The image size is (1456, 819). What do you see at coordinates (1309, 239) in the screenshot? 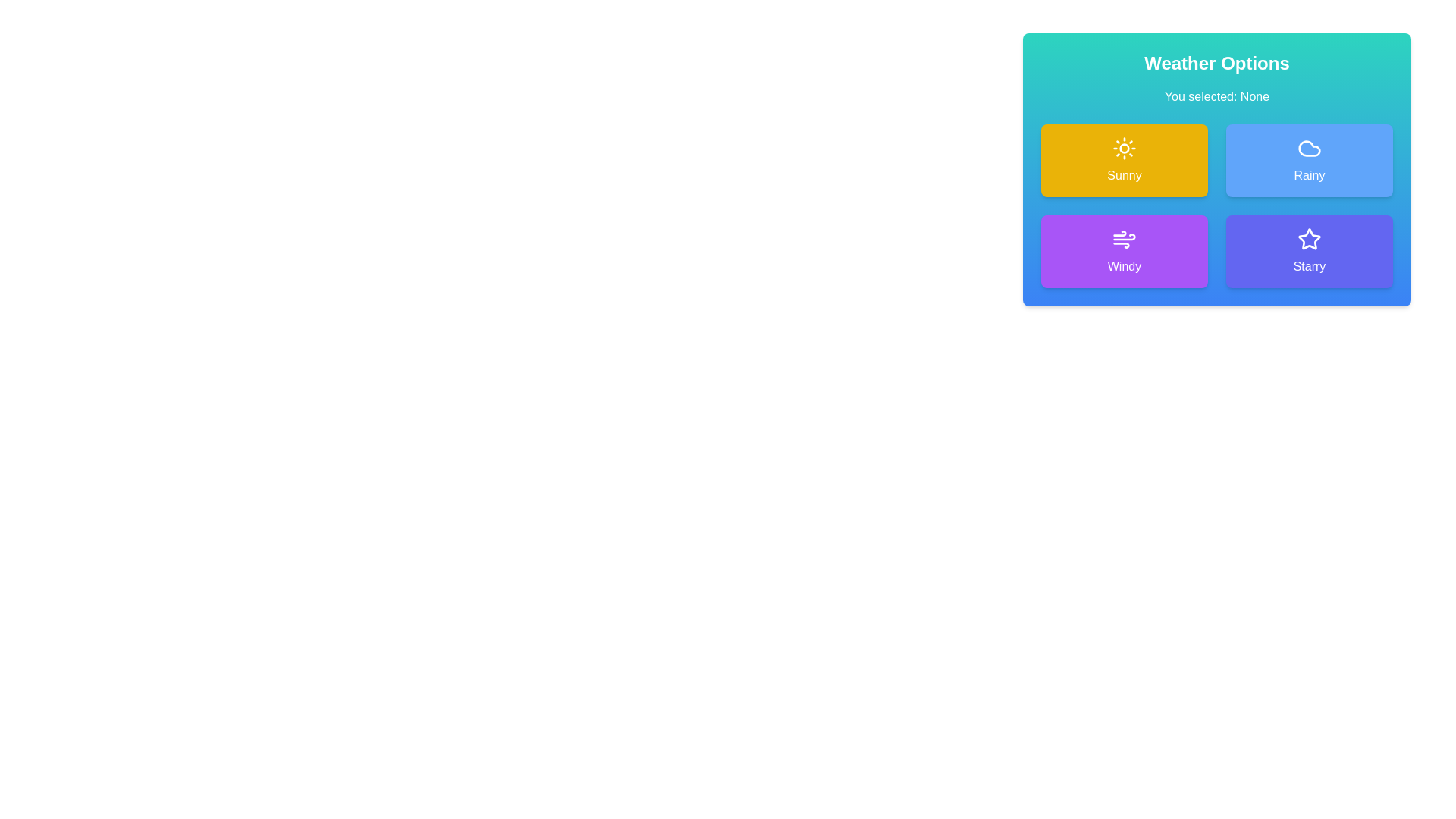
I see `the star-shaped icon, which is part of the 'Starry' button located in the bottom-right corner of the grid layout containing weather options` at bounding box center [1309, 239].